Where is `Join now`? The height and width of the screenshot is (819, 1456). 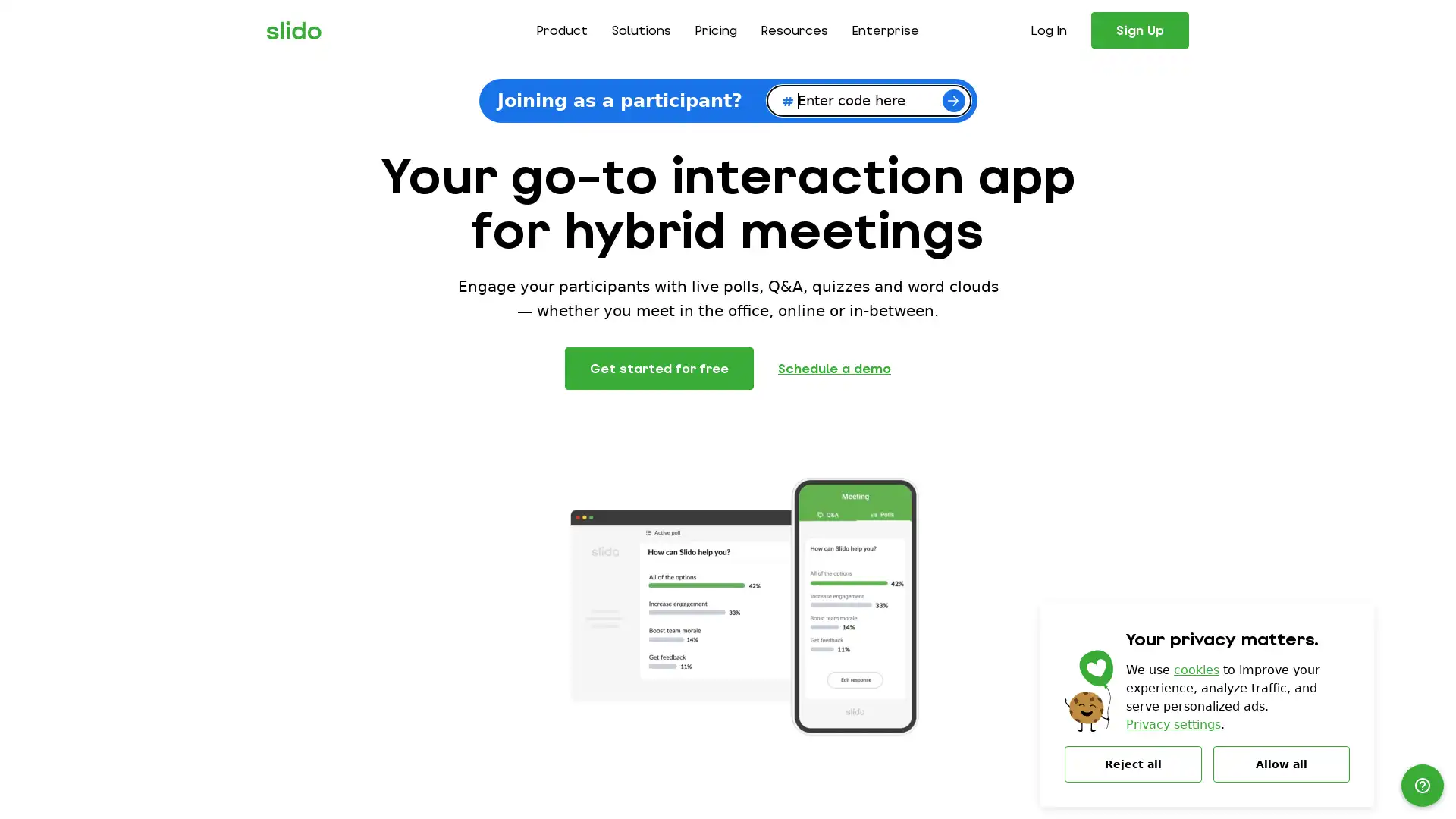
Join now is located at coordinates (952, 100).